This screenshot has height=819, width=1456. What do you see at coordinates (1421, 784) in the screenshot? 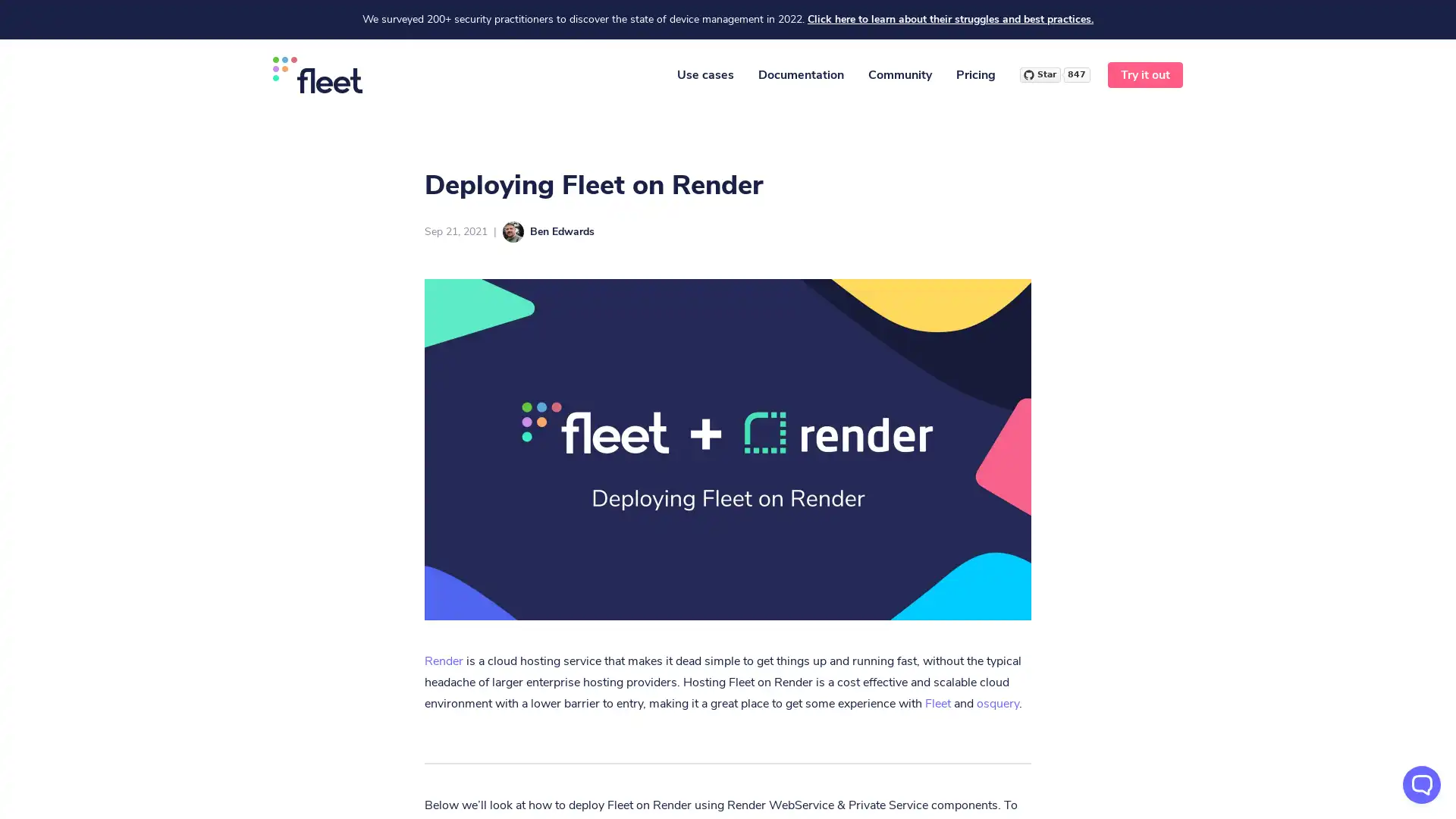
I see `Open chat widget` at bounding box center [1421, 784].